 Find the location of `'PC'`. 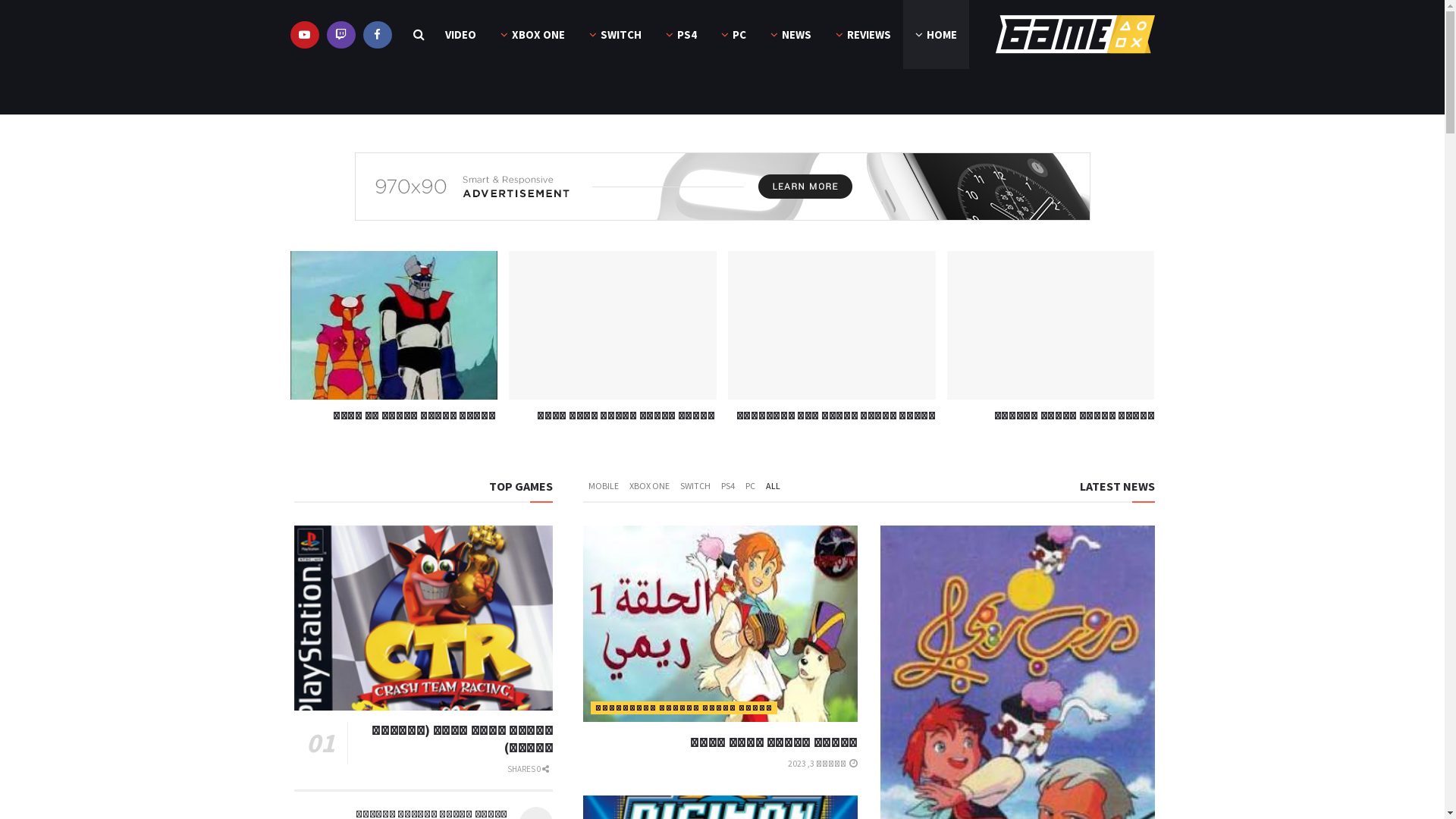

'PC' is located at coordinates (750, 485).